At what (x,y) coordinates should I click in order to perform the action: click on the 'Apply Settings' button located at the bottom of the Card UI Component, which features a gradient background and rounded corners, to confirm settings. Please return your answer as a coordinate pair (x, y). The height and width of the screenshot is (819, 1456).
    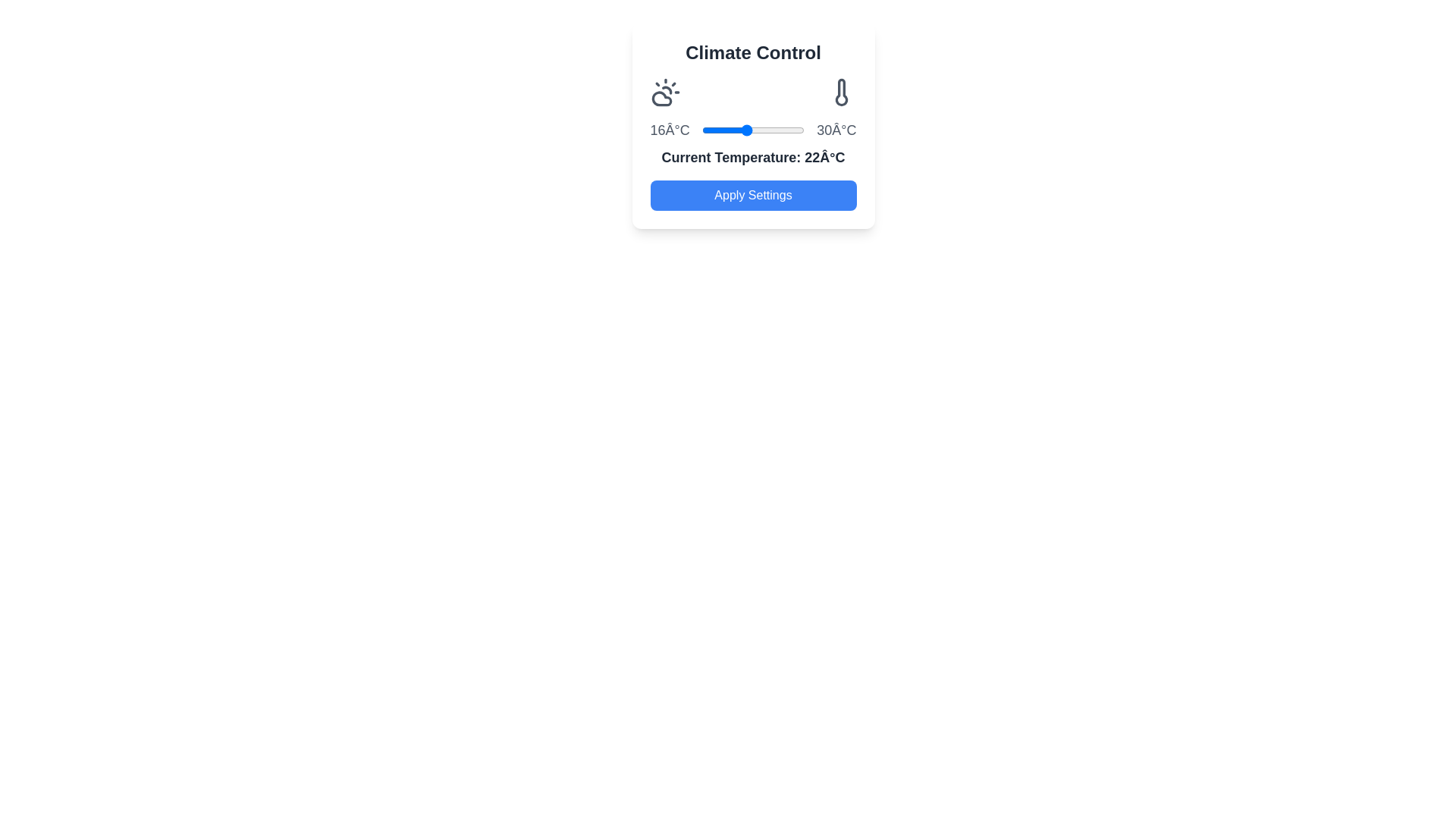
    Looking at the image, I should click on (753, 124).